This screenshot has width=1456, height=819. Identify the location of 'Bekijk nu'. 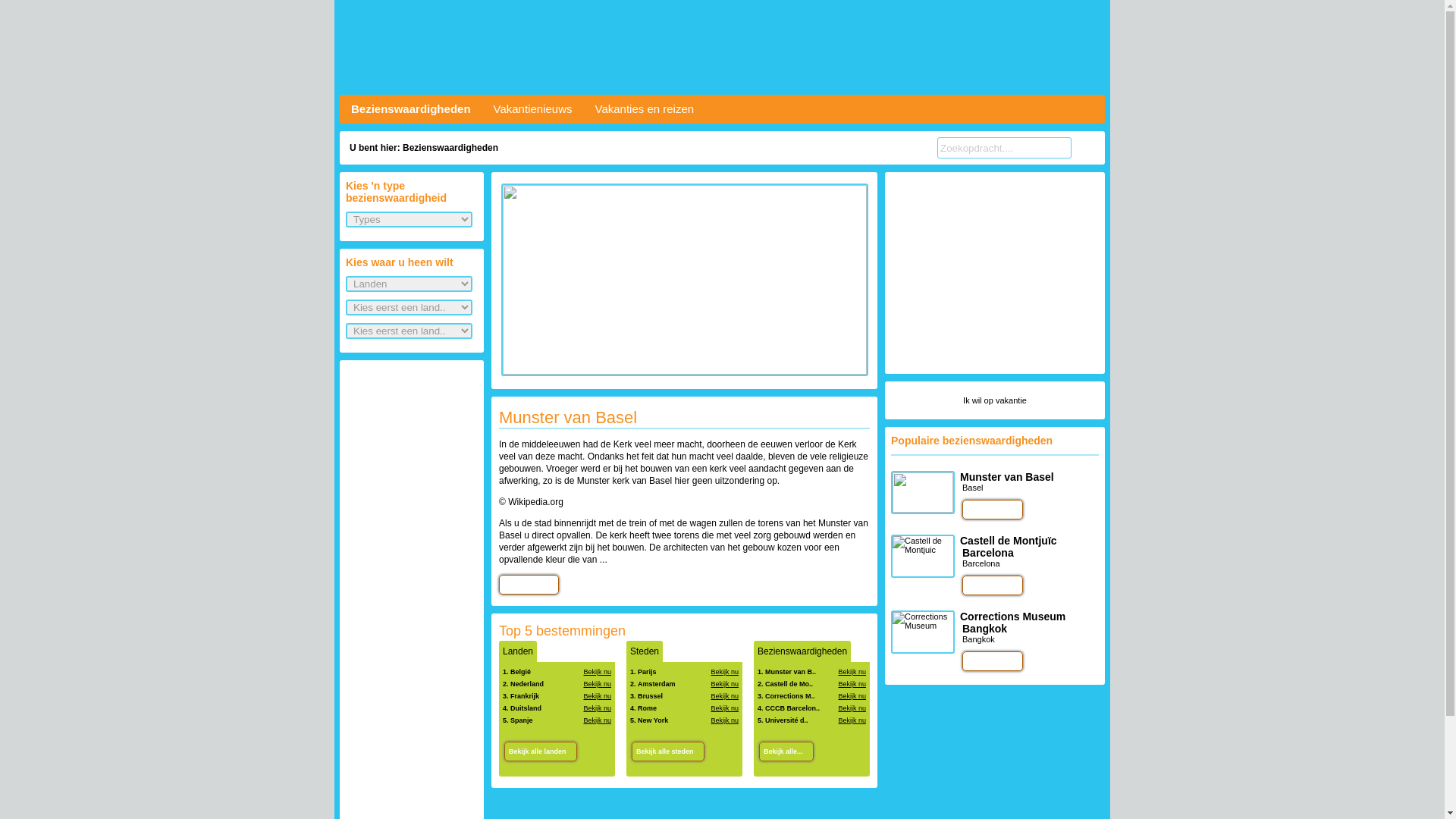
(596, 708).